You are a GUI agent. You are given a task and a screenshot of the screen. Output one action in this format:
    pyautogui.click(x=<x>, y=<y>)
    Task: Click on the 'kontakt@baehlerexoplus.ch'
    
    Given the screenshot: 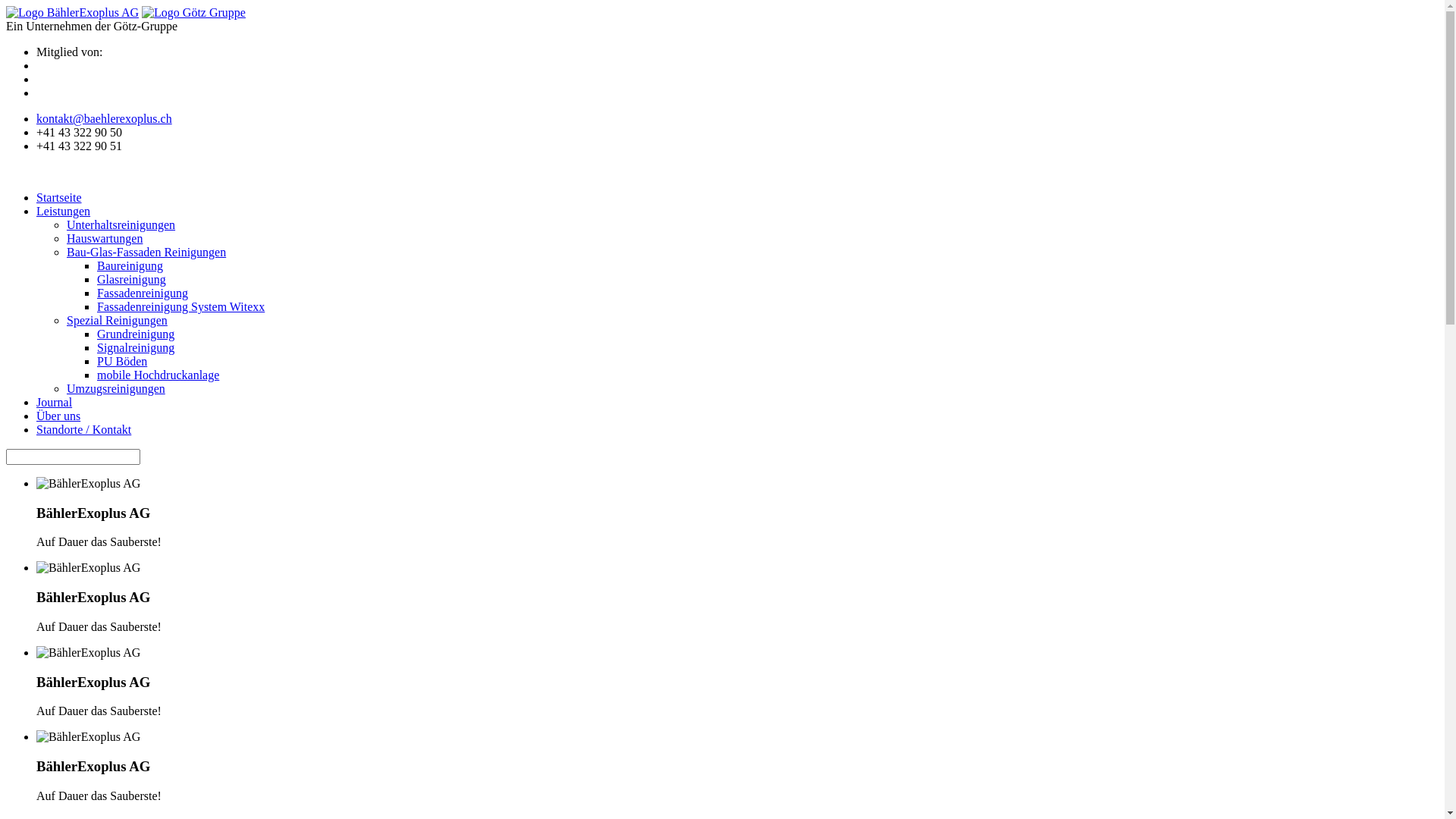 What is the action you would take?
    pyautogui.click(x=103, y=118)
    